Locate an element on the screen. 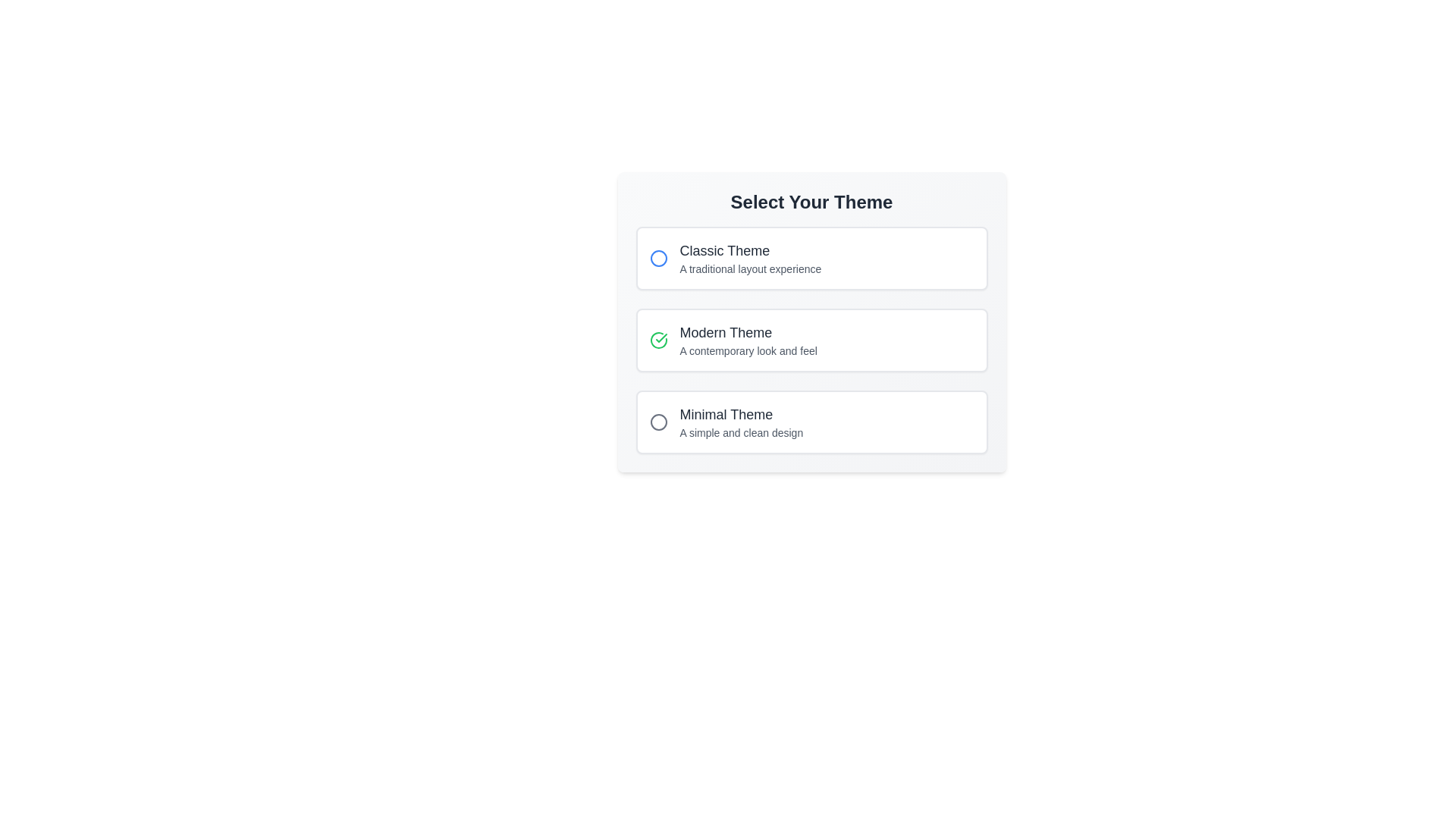 The width and height of the screenshot is (1456, 819). text from the Text Label displaying 'Minimal Theme', which is located in the third card of a vertically arranged list is located at coordinates (741, 415).